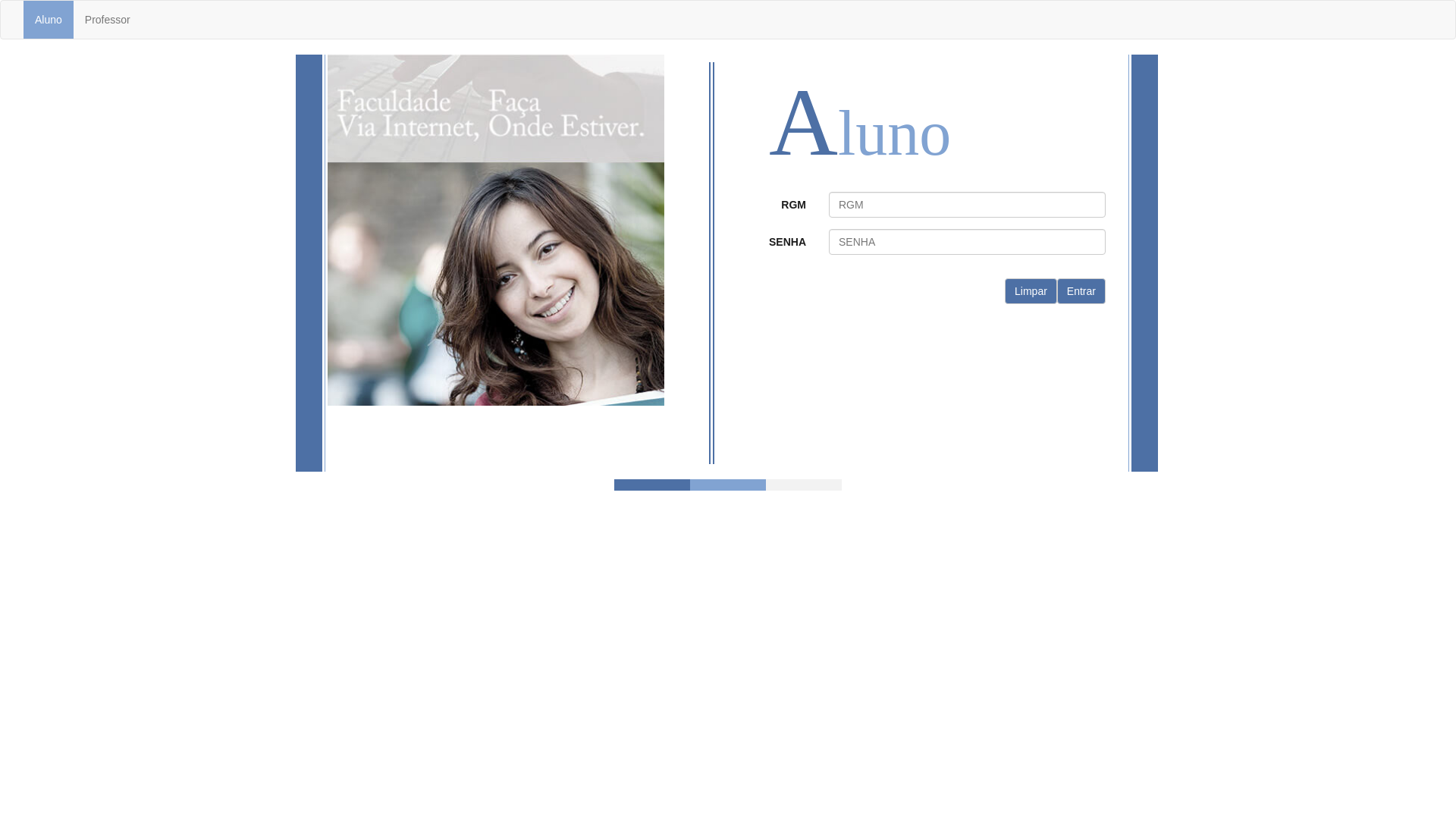 Image resolution: width=1456 pixels, height=819 pixels. What do you see at coordinates (1031, 291) in the screenshot?
I see `'Limpar'` at bounding box center [1031, 291].